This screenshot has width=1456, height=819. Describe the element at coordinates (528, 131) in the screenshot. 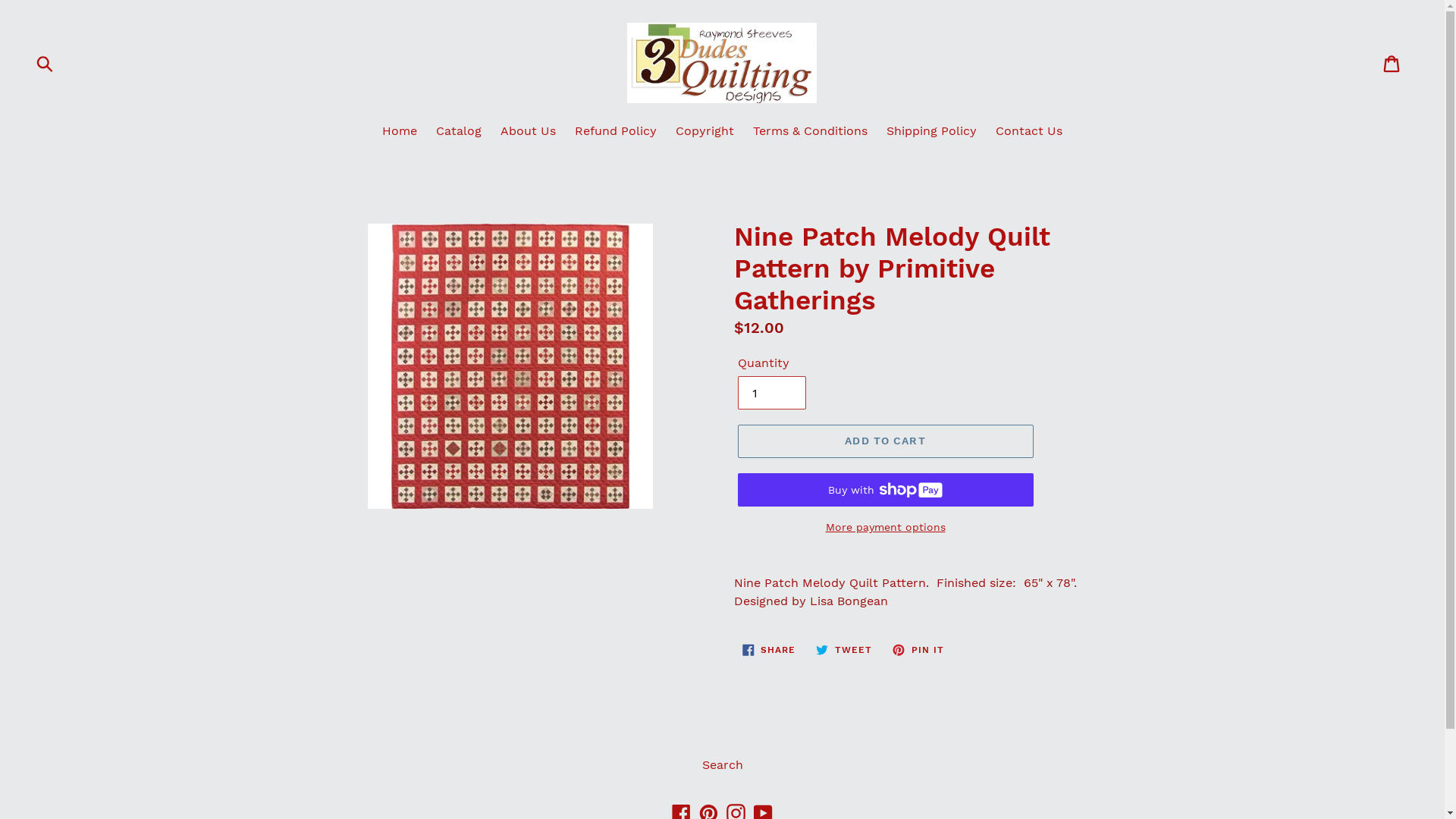

I see `'About Us'` at that location.